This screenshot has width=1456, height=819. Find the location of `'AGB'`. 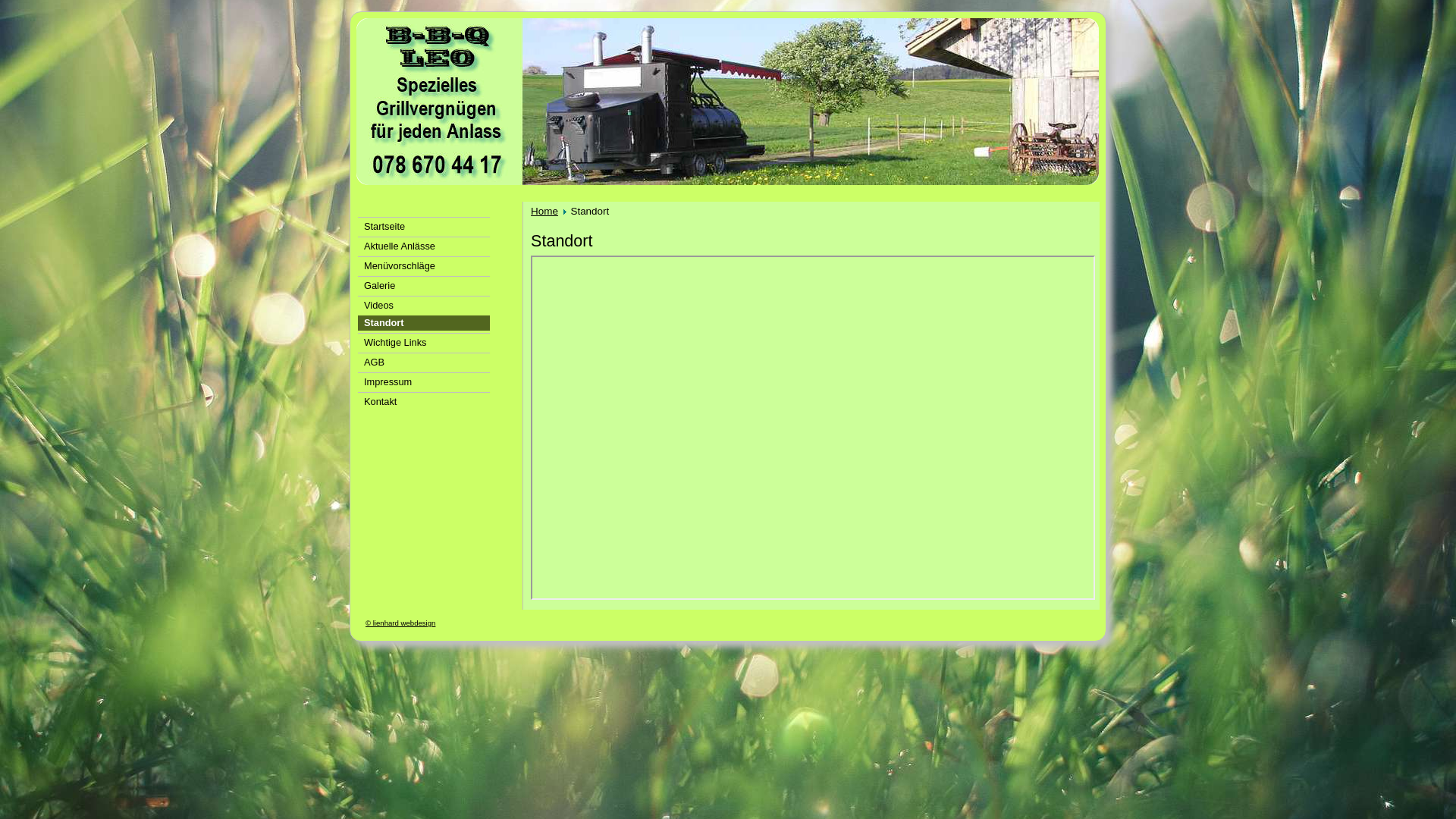

'AGB' is located at coordinates (356, 361).